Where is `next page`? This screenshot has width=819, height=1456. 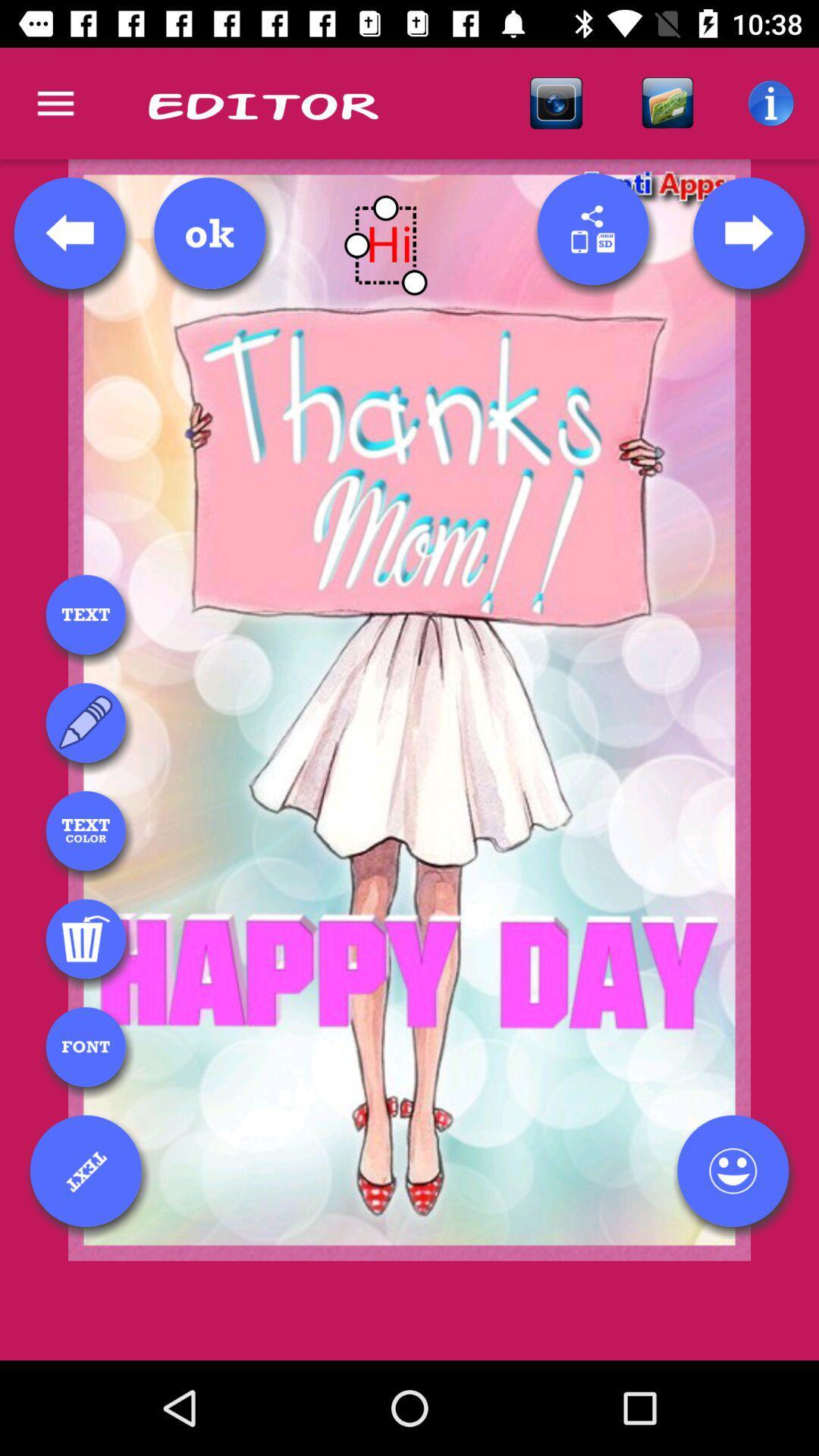 next page is located at coordinates (748, 232).